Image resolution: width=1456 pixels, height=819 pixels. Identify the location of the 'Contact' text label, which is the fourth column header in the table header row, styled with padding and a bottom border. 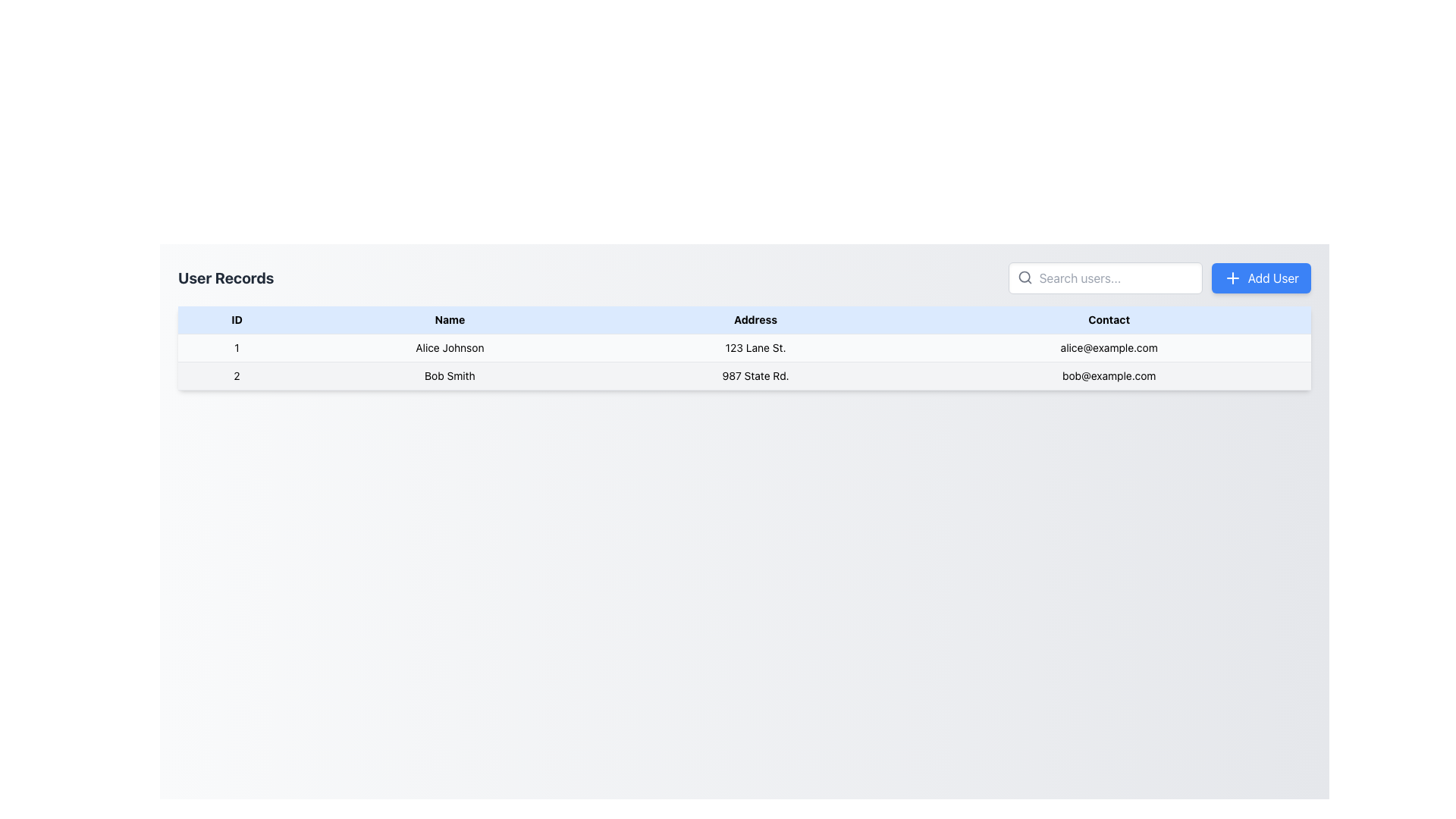
(1109, 319).